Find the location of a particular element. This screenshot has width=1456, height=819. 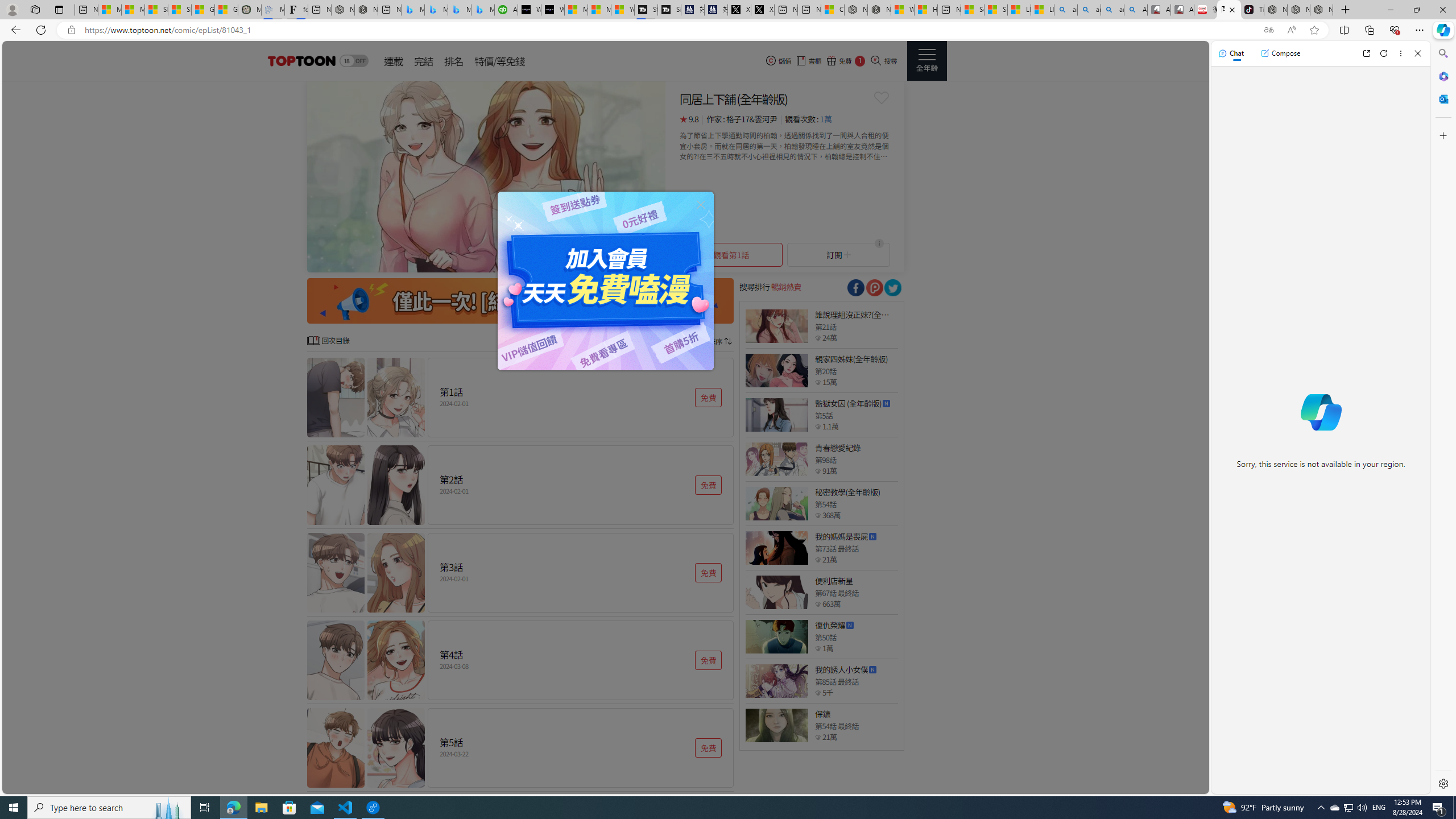

'Side bar' is located at coordinates (1443, 418).